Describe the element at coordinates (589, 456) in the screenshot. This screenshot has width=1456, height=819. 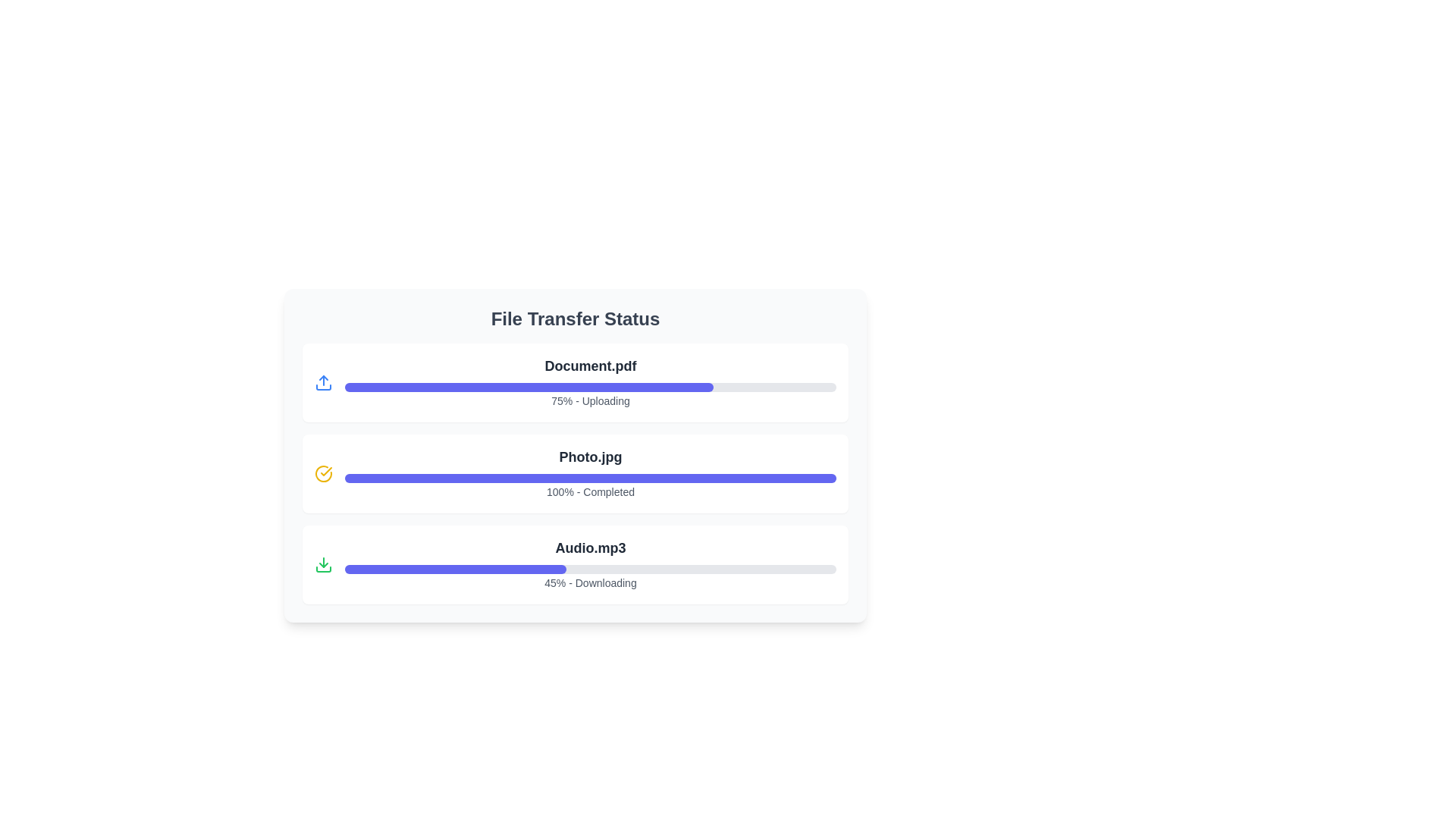
I see `the static text displaying the name of the file in the second section of the file transfer list, which is positioned above the progress bar and the '100% - Completed' text` at that location.